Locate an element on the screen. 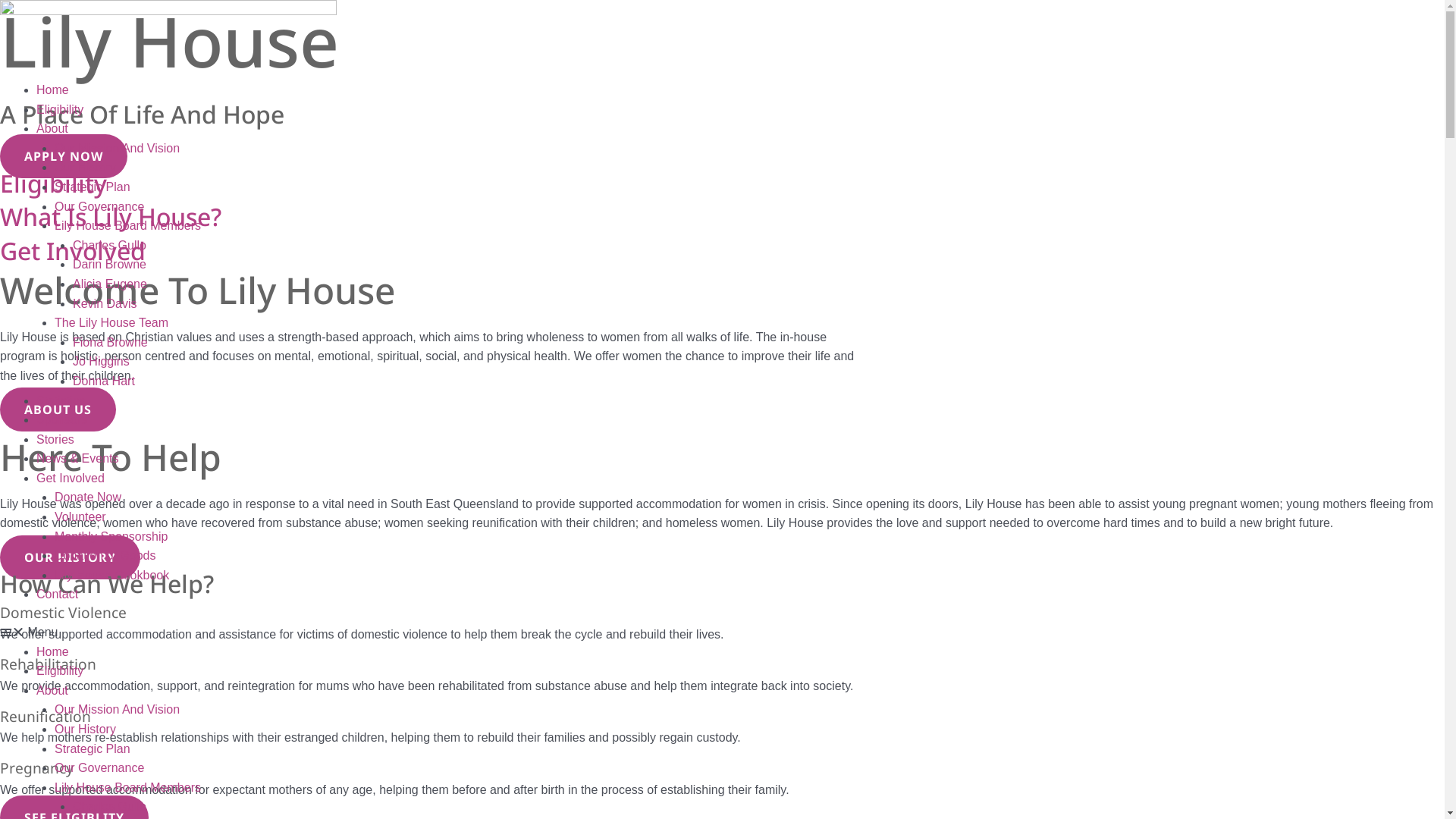 This screenshot has width=1456, height=819. 'Kevin Davis' is located at coordinates (104, 303).